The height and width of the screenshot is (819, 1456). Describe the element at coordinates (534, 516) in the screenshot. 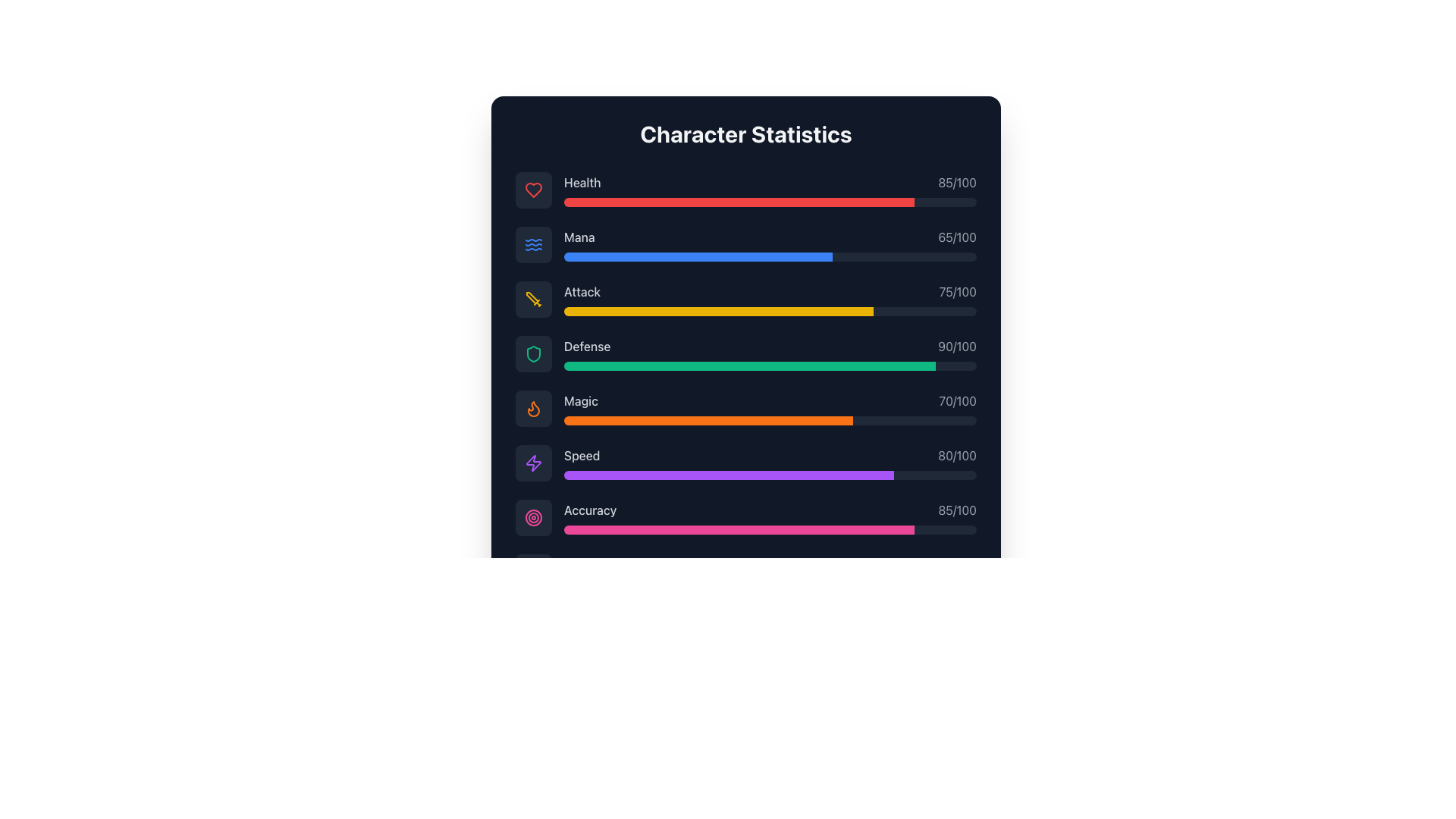

I see `the 'Accuracy' statistic icon located at the rightmost part of the character statistics row` at that location.